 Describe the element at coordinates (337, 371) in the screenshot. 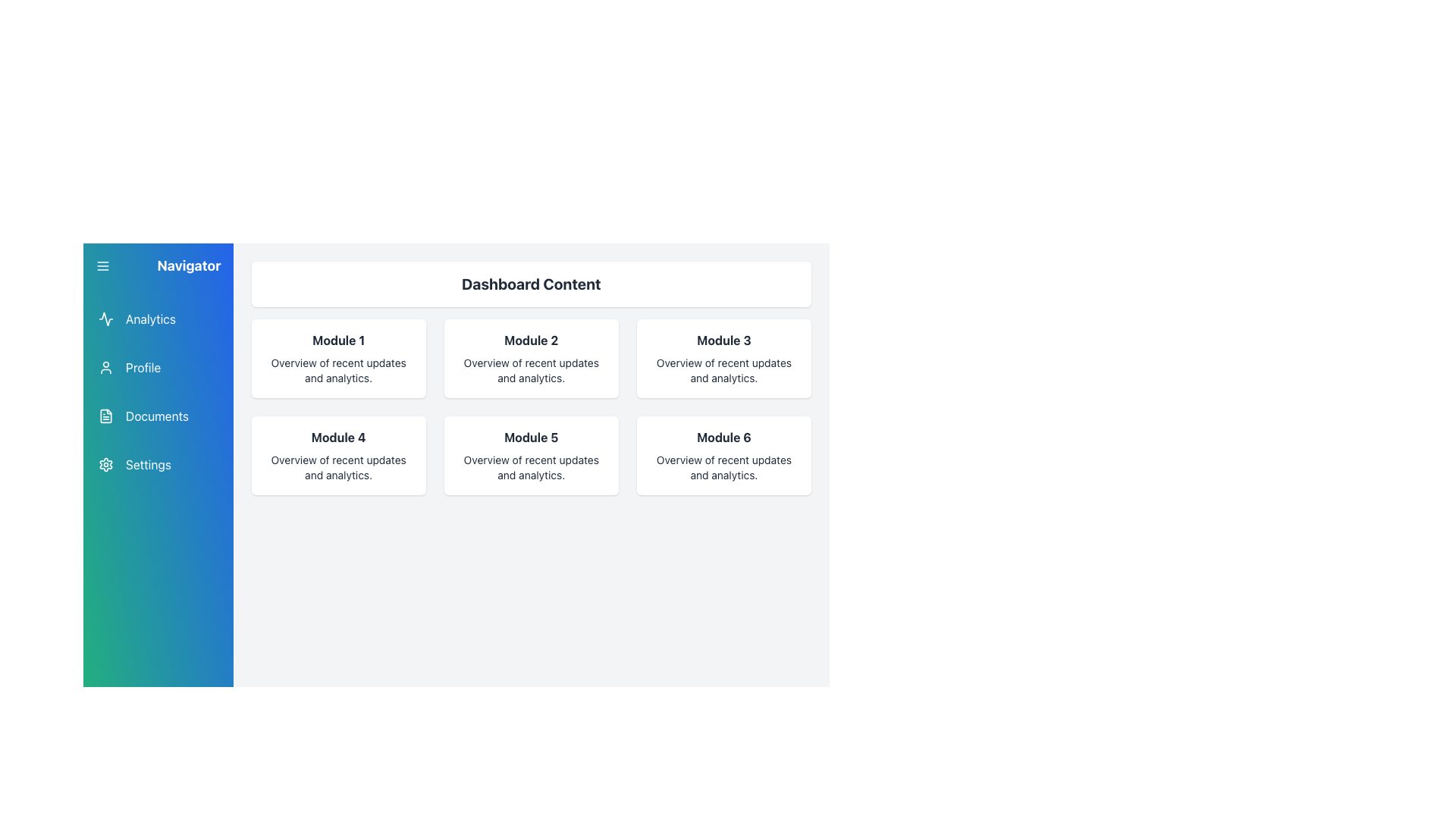

I see `the static informational text that says 'Overview of recent updates and analytics.', located directly under 'Module 1' in a white, rounded rectangle card` at that location.